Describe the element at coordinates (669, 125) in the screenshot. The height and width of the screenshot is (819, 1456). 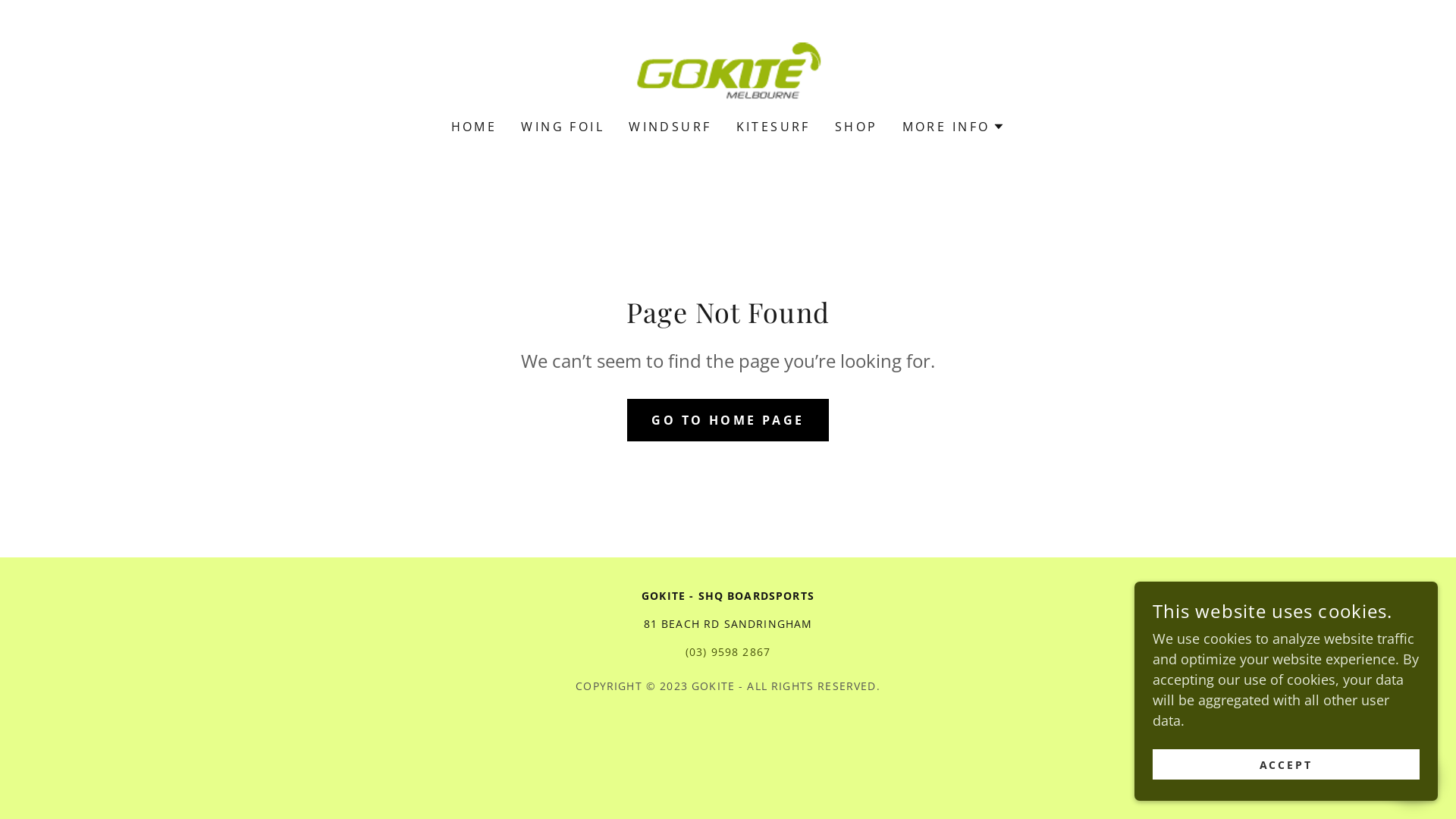
I see `'WINDSURF'` at that location.